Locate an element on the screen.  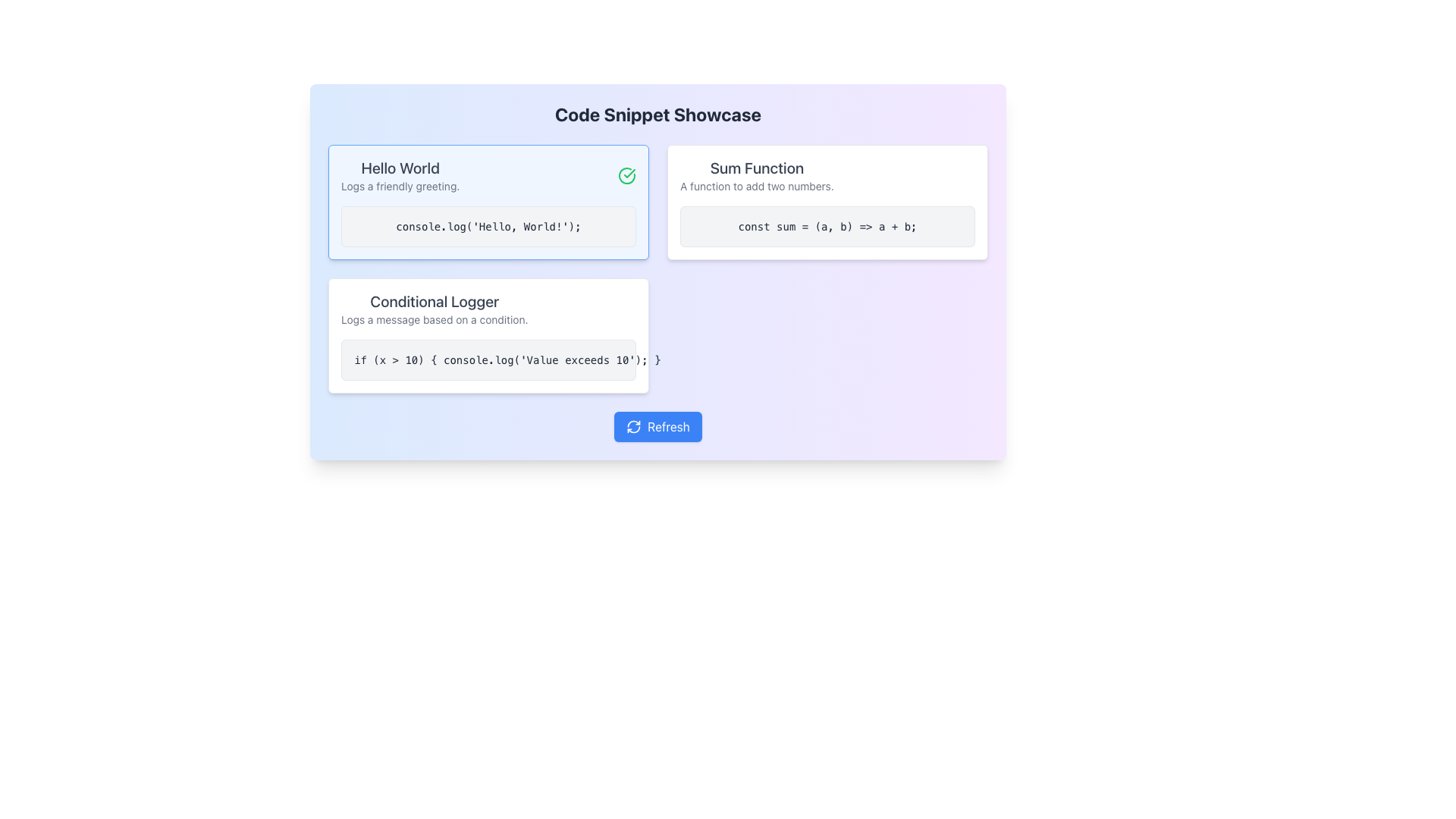
the textual descriptor element that serves as a labeled descriptor for the adjacent code snippet, located in the top-right quadrant of the interface layout is located at coordinates (757, 174).